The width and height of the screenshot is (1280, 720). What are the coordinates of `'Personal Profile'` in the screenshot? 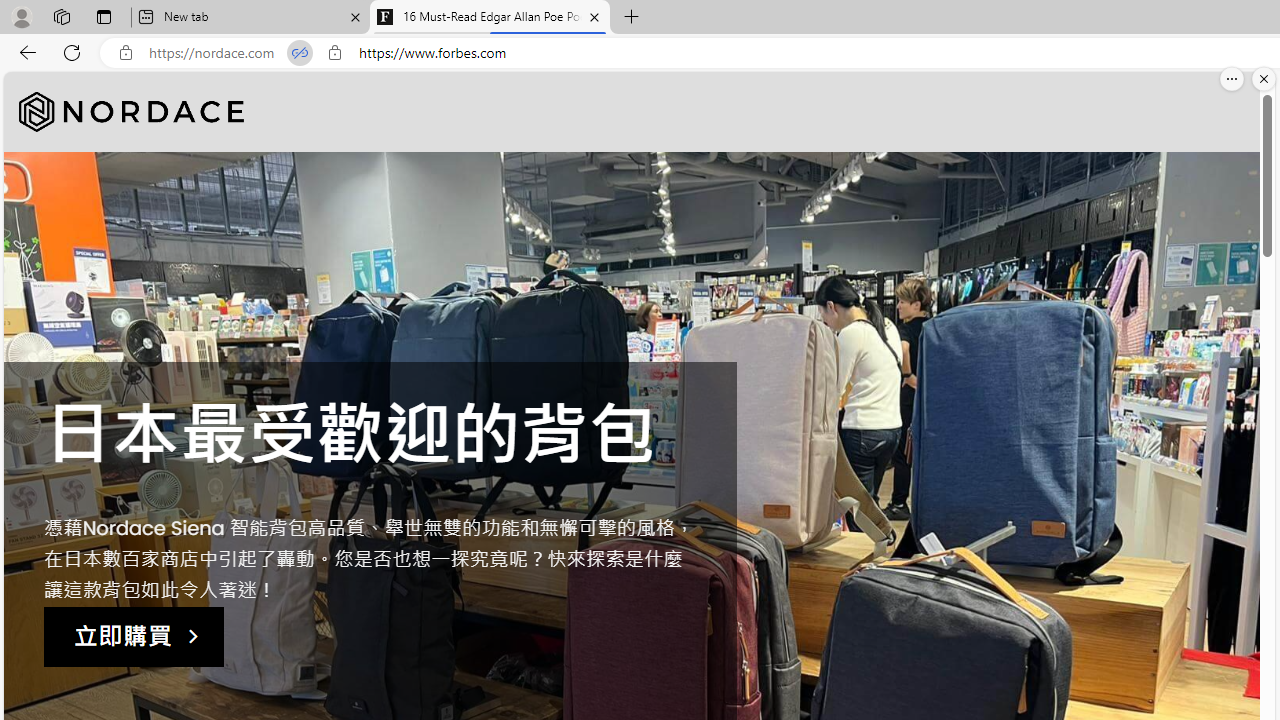 It's located at (21, 16).